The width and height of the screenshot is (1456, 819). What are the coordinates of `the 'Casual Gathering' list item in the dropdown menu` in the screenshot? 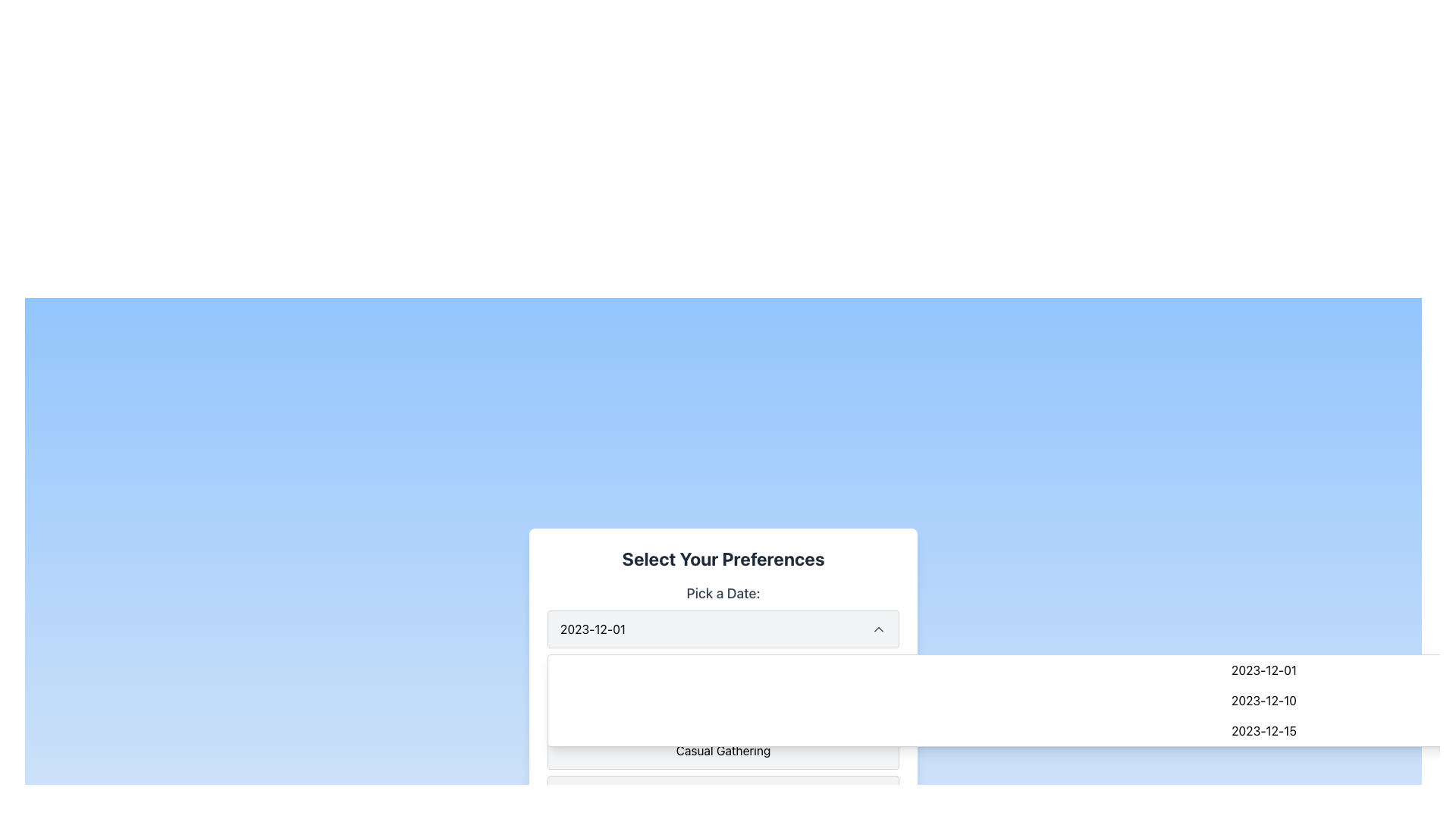 It's located at (723, 751).